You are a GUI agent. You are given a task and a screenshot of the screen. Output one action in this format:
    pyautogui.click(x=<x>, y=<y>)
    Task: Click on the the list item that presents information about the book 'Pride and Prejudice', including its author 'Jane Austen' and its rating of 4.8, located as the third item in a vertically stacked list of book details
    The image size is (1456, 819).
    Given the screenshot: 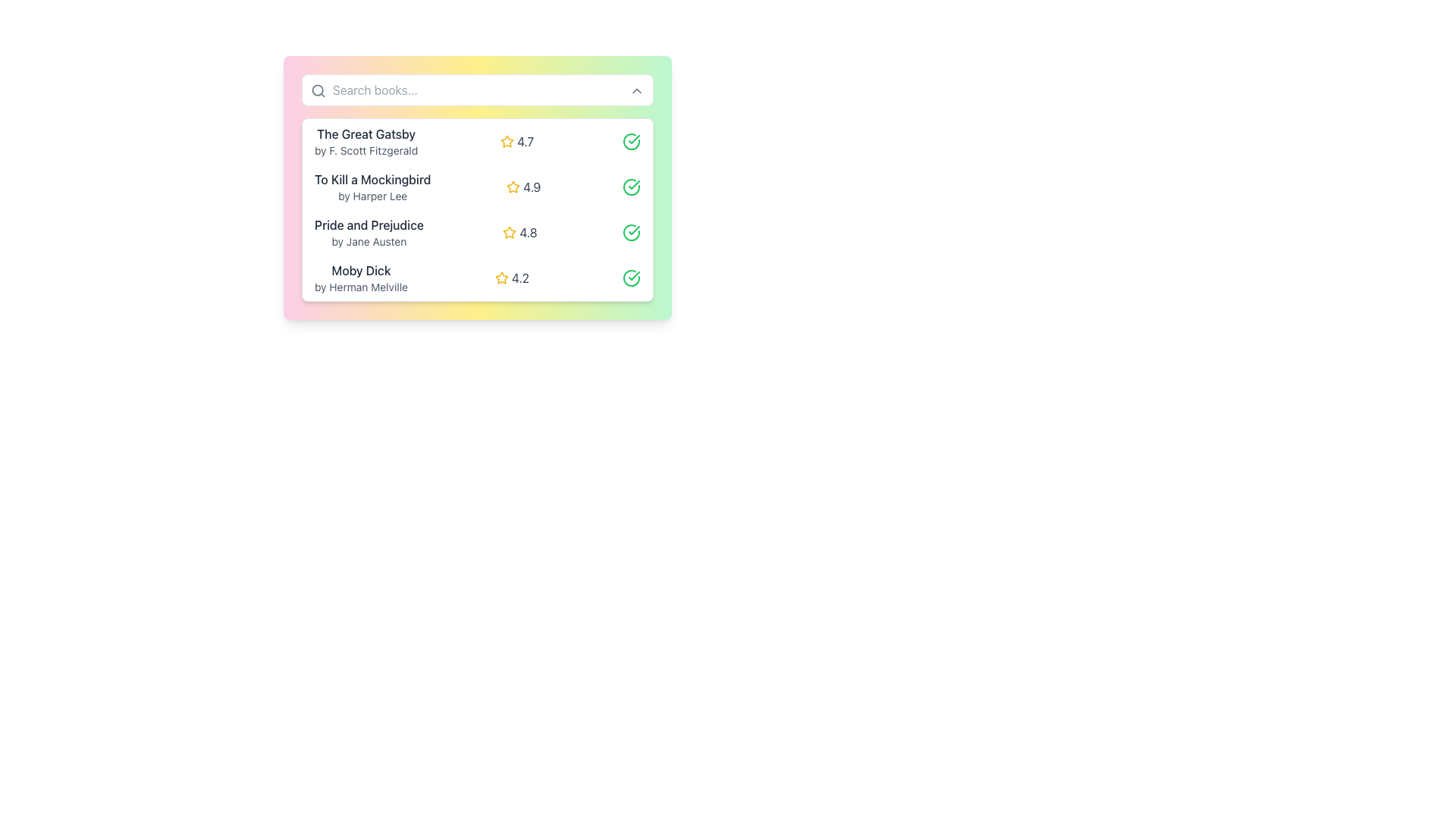 What is the action you would take?
    pyautogui.click(x=476, y=233)
    